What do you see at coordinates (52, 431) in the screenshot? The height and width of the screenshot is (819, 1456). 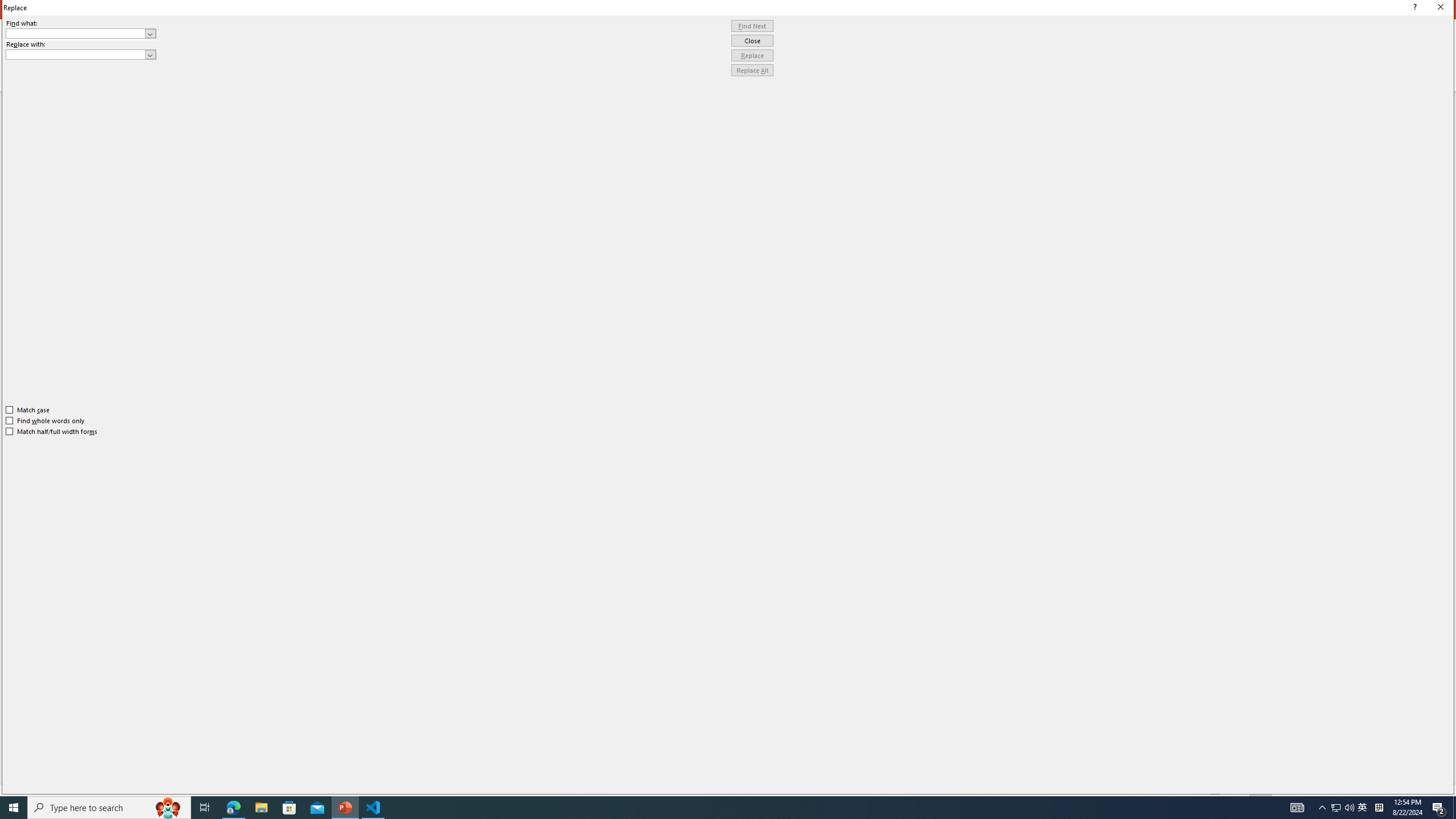 I see `'Match half/full width forms'` at bounding box center [52, 431].